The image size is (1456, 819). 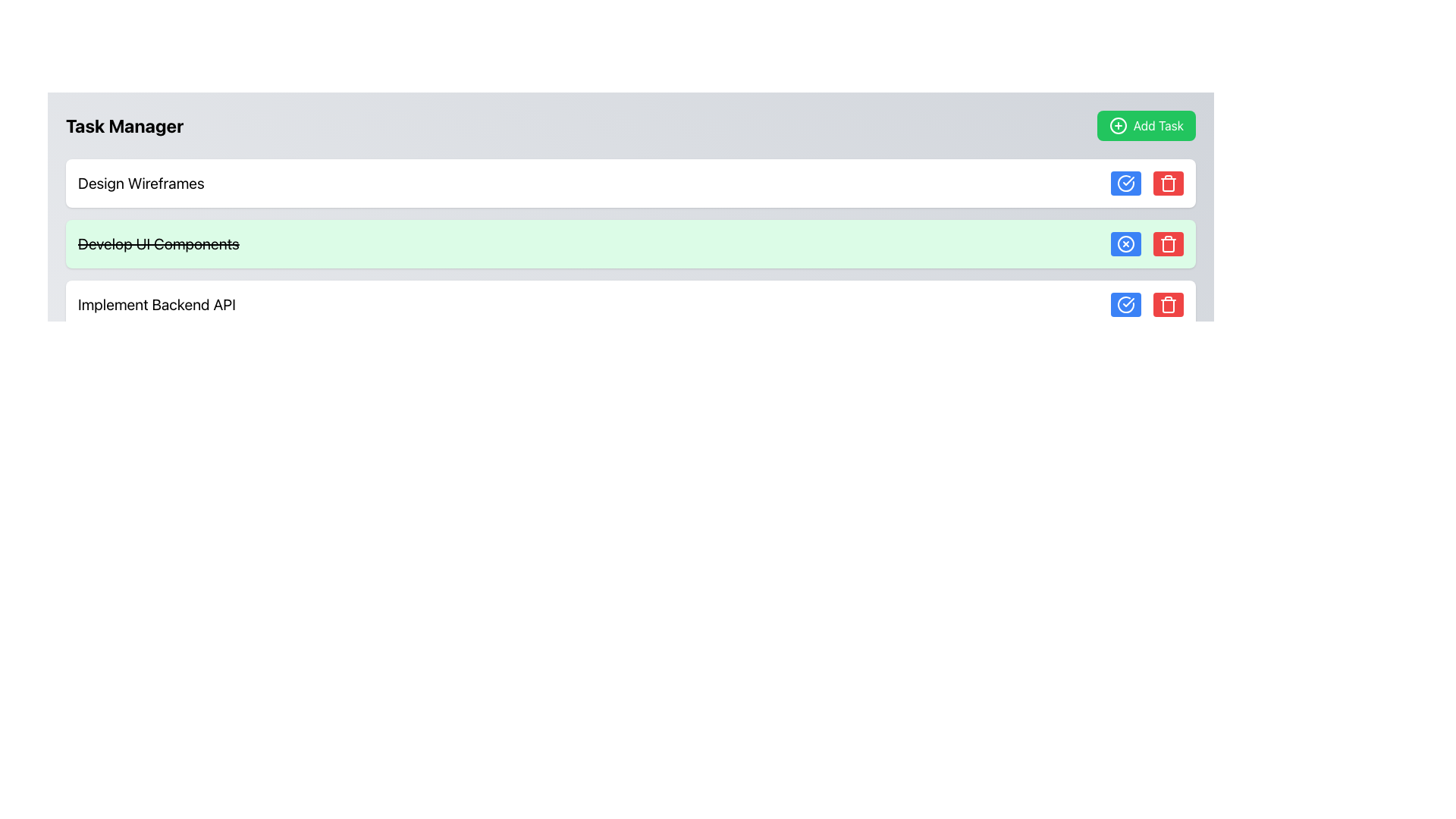 What do you see at coordinates (1125, 304) in the screenshot?
I see `the blue rounded rectangular button with a checkmark icon next to the 'Develop UI Components' task` at bounding box center [1125, 304].